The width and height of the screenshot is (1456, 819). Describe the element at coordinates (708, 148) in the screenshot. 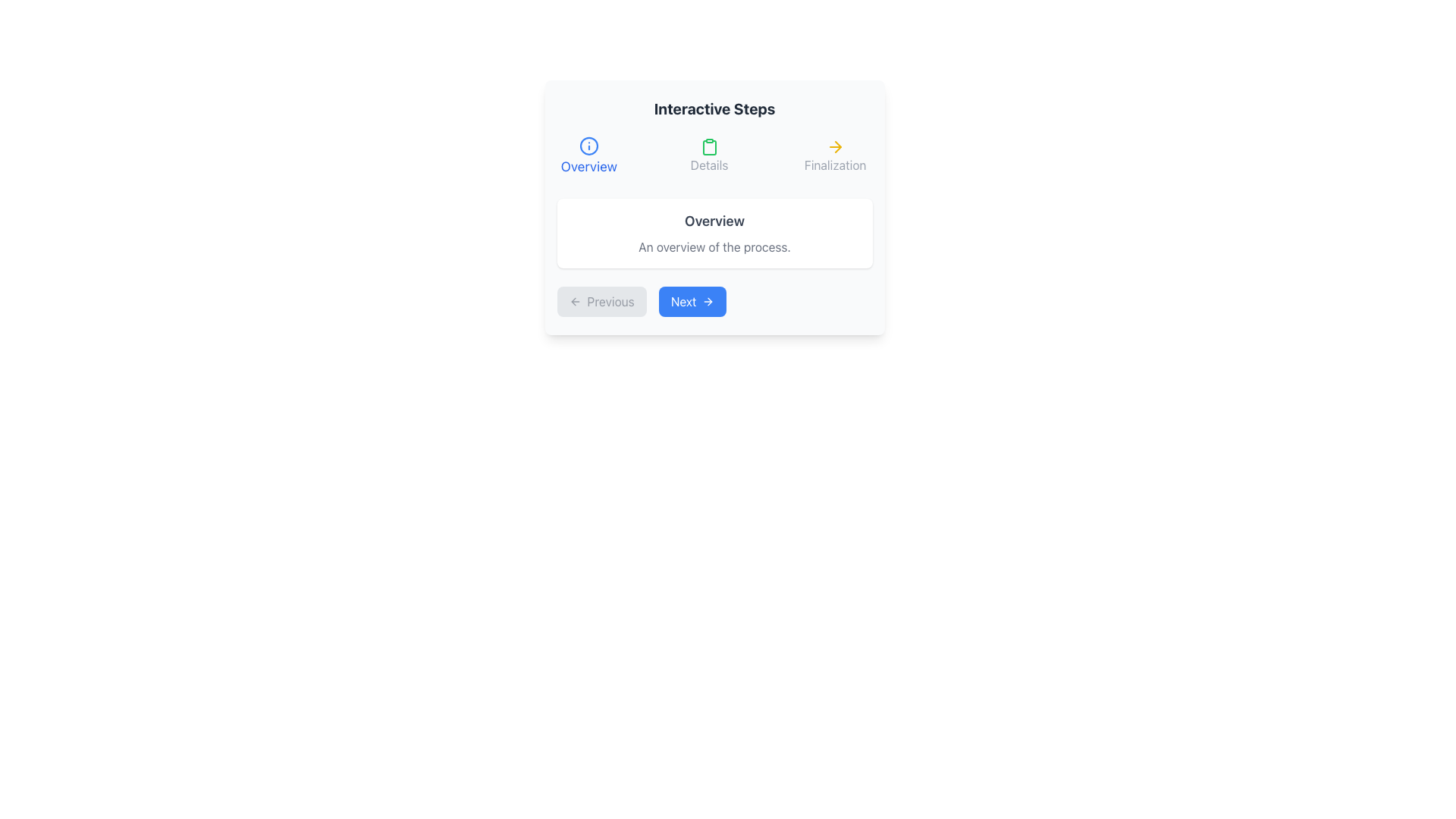

I see `the clipboard icon in the 'Details' step of the interactive step navigation` at that location.